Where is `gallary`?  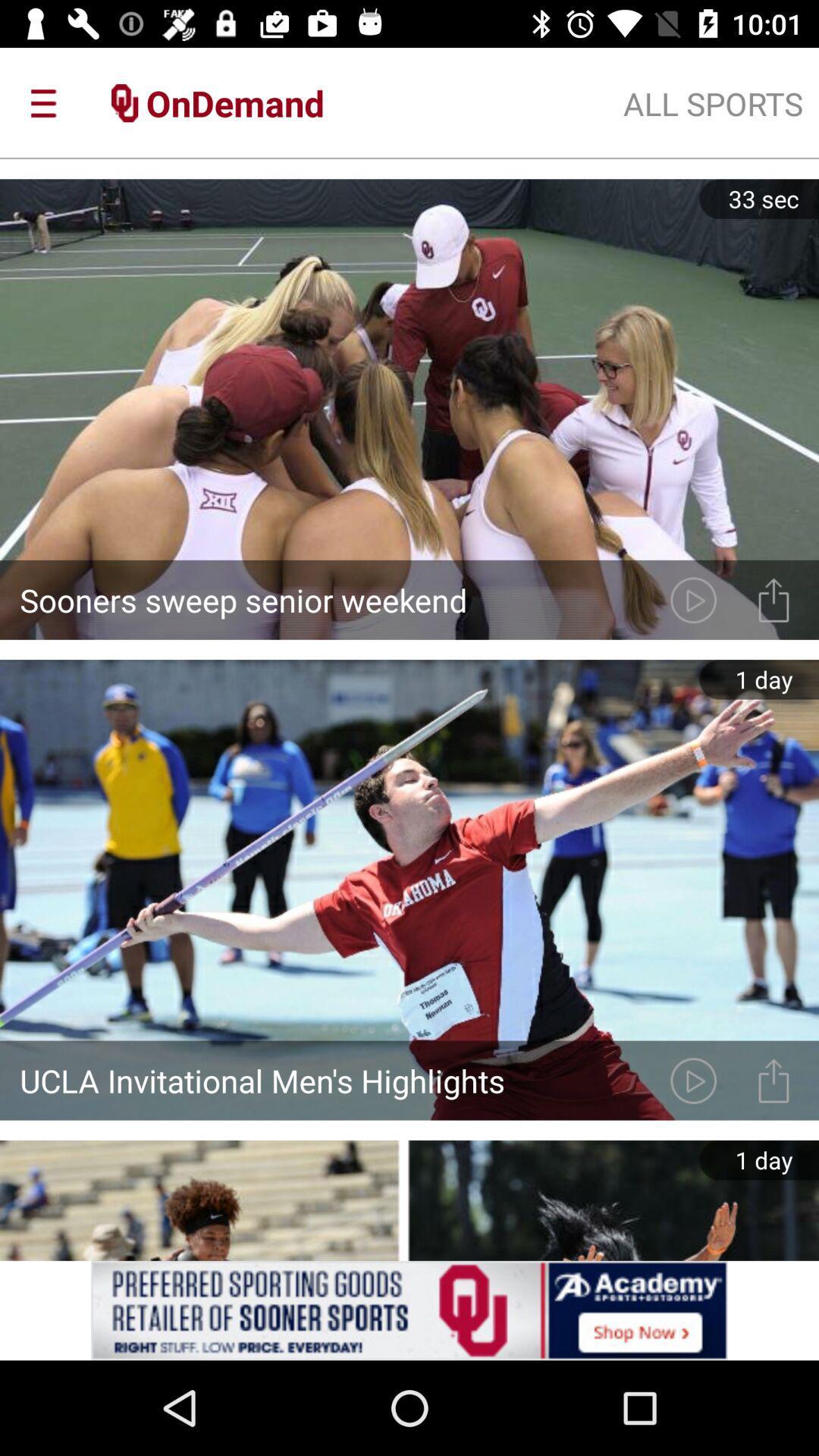
gallary is located at coordinates (773, 1080).